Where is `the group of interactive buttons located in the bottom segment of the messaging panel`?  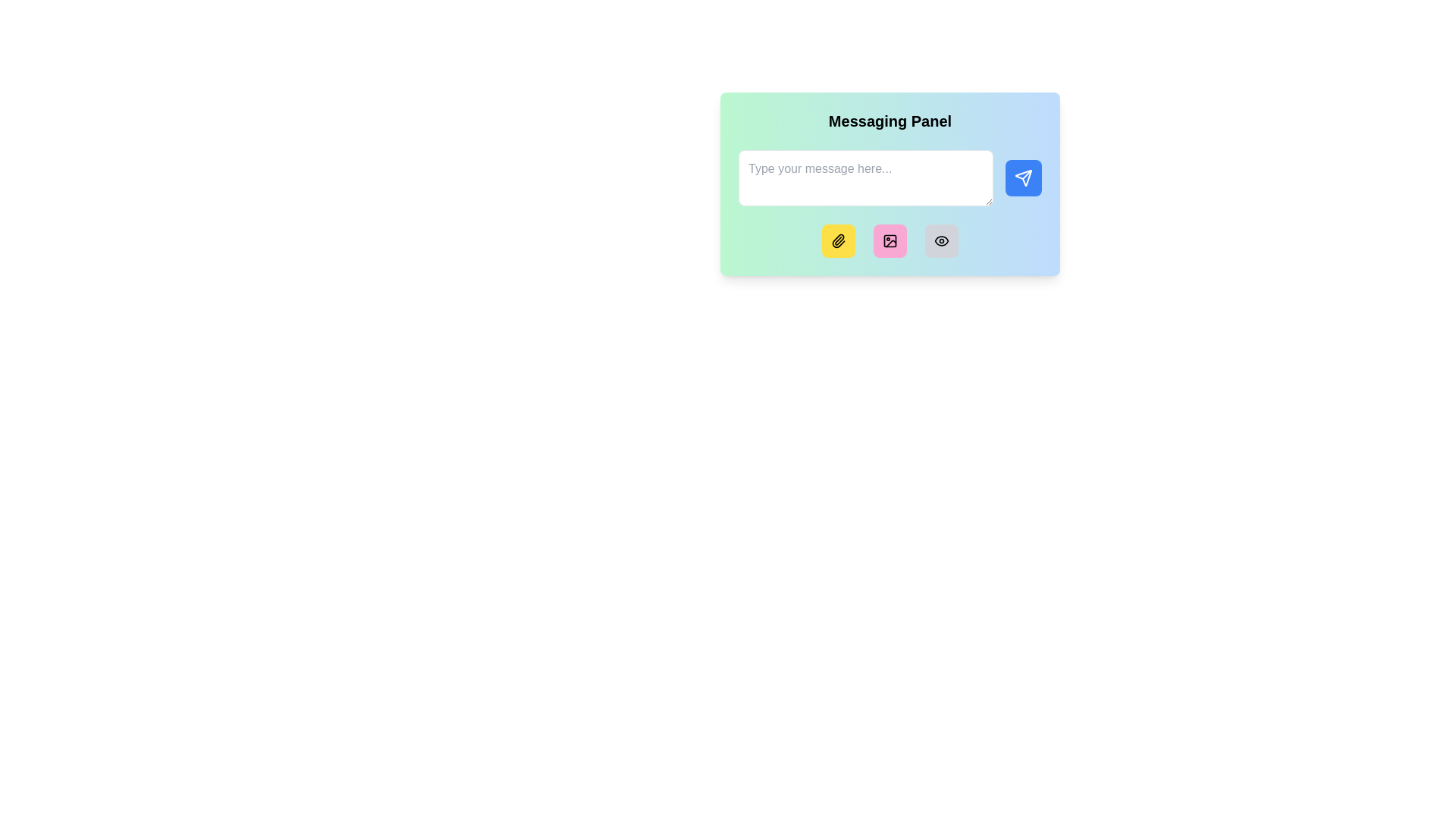
the group of interactive buttons located in the bottom segment of the messaging panel is located at coordinates (890, 240).